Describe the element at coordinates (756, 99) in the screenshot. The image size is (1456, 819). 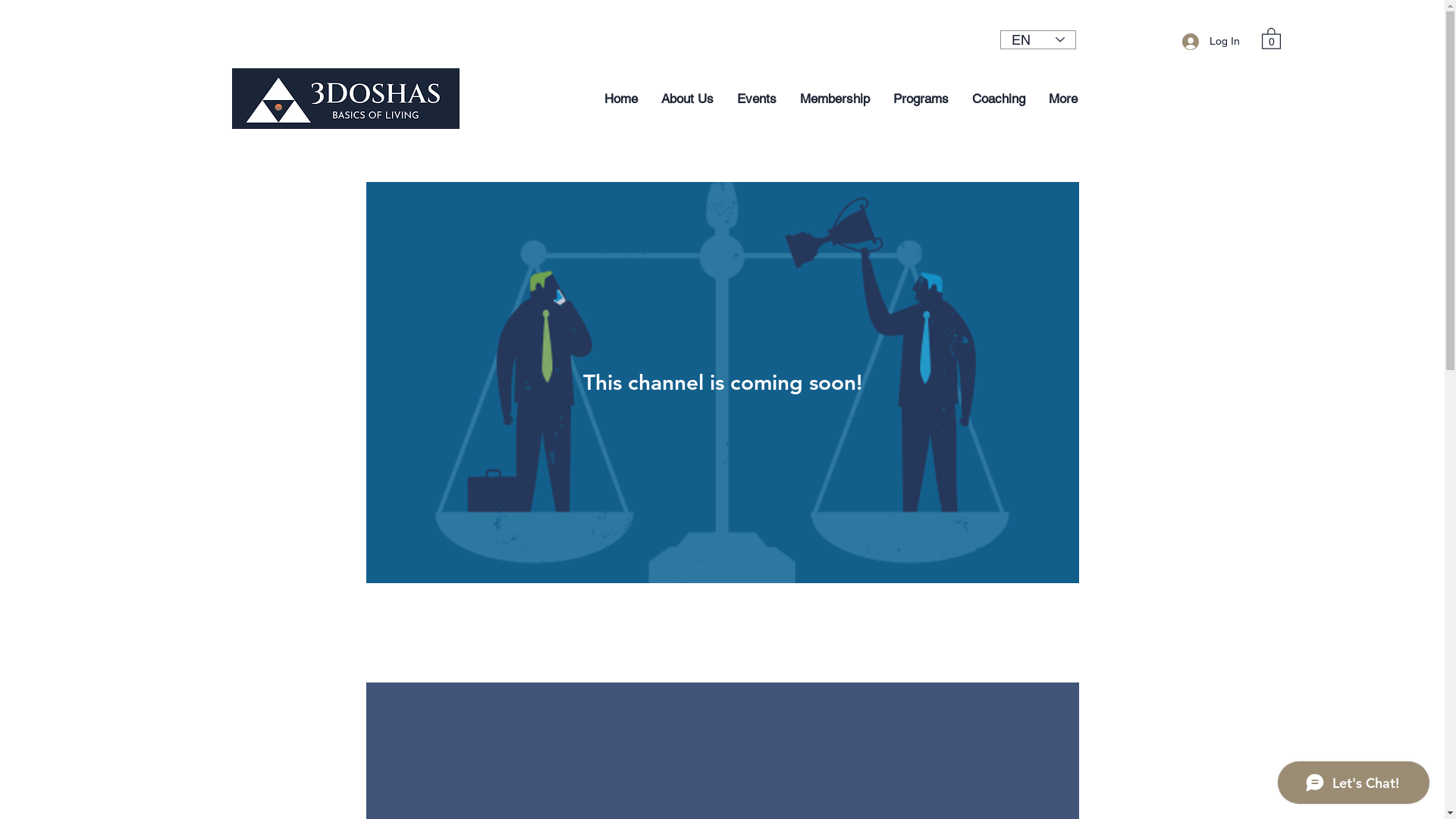
I see `'Events'` at that location.